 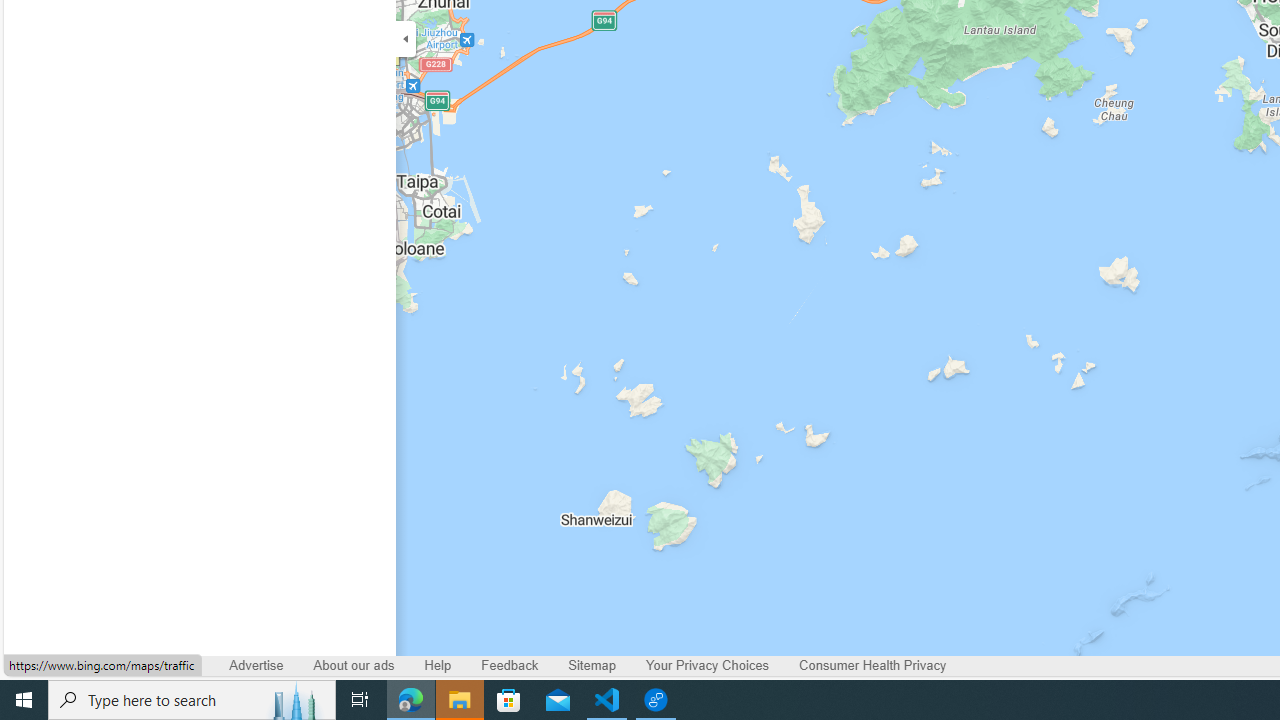 I want to click on 'About our ads', so click(x=354, y=665).